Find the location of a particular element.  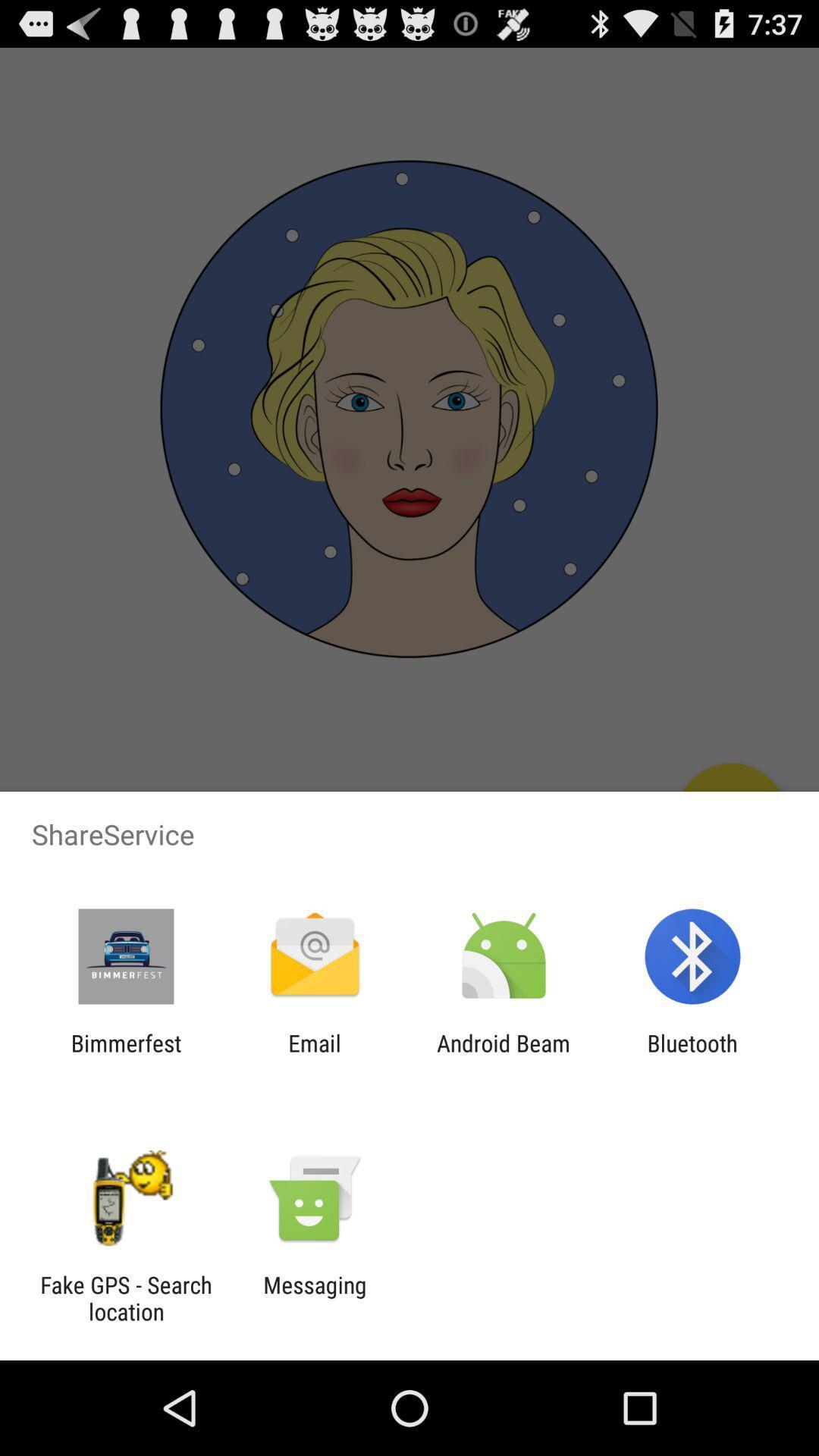

item to the left of bluetooth icon is located at coordinates (504, 1056).